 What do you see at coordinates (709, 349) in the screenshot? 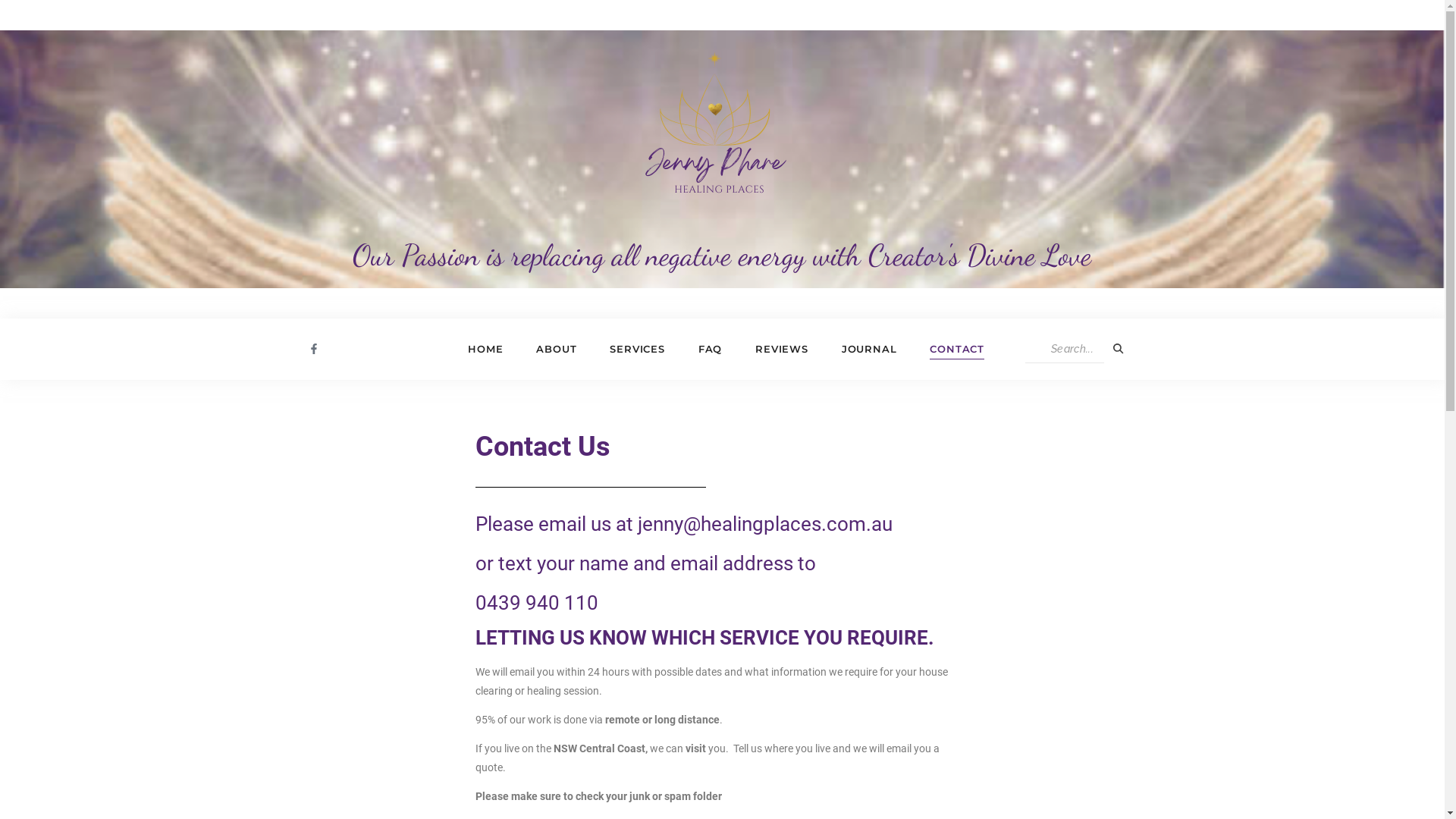
I see `'FAQ'` at bounding box center [709, 349].